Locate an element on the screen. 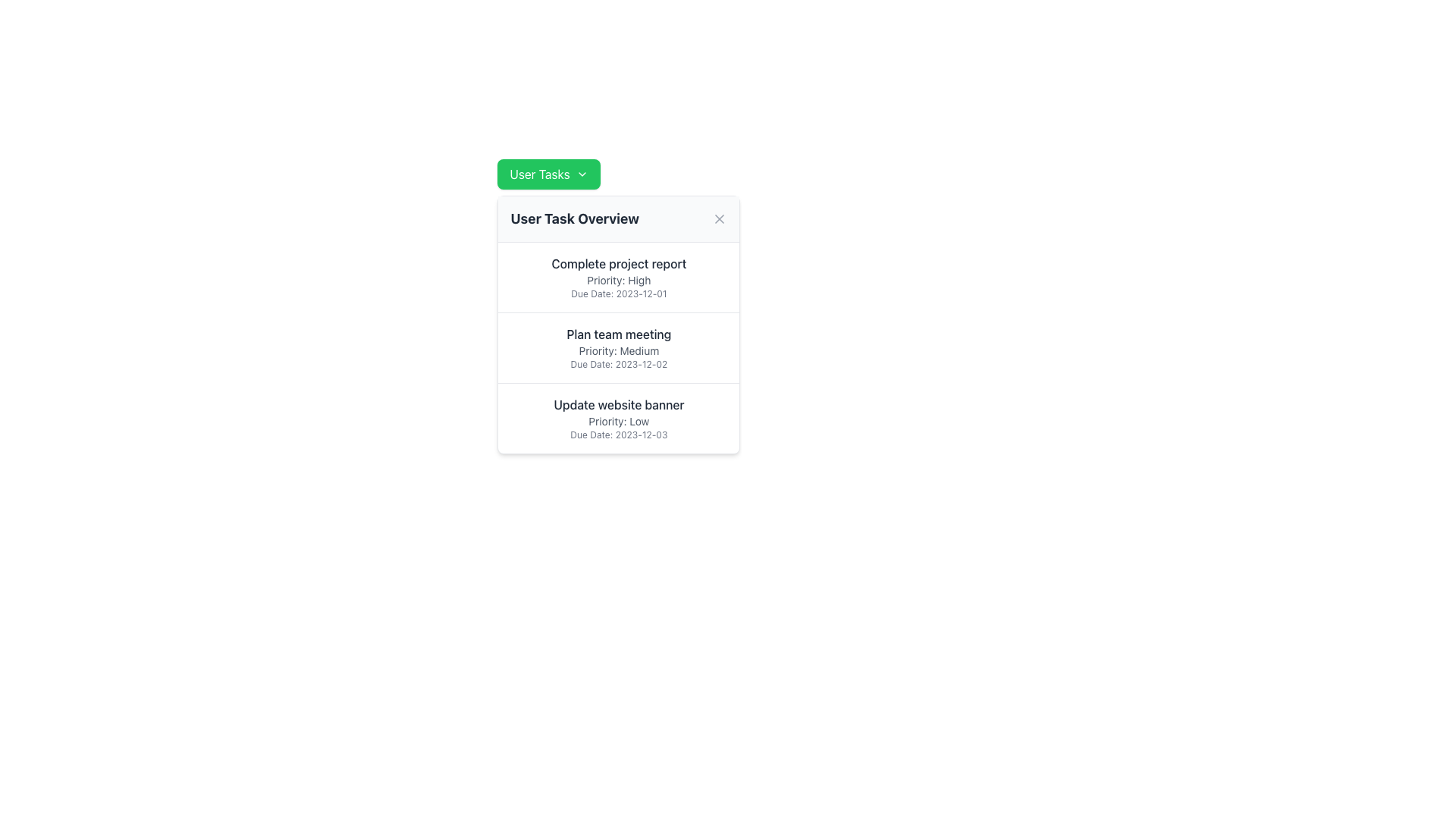  the text label displaying 'Priority: Medium' which is located under the heading 'Plan team meeting' and above the due date information is located at coordinates (619, 350).